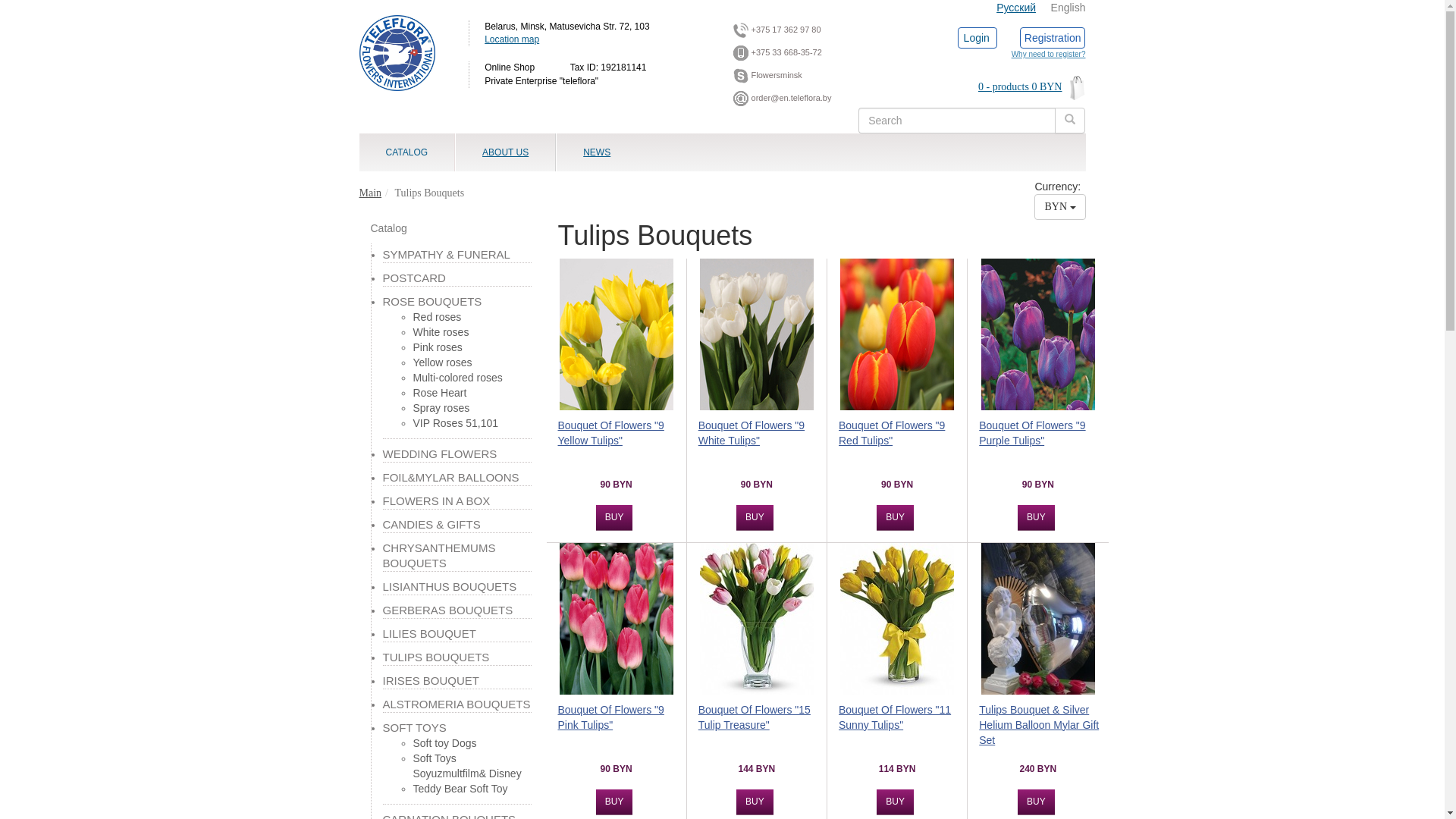 The height and width of the screenshot is (819, 1456). Describe the element at coordinates (438, 555) in the screenshot. I see `'CHRYSANTHEMUMS BOUQUETS'` at that location.